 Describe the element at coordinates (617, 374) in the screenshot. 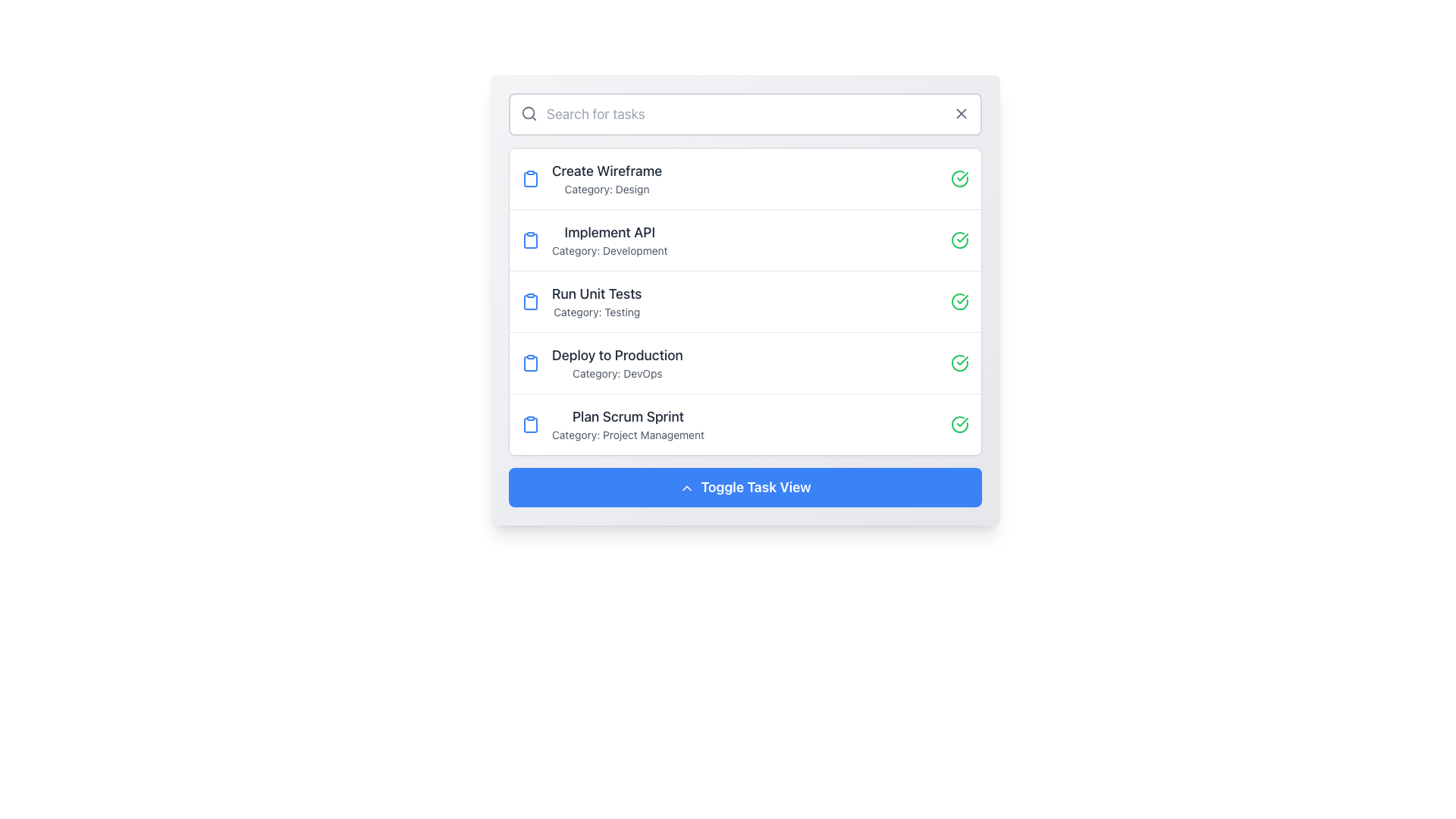

I see `the text label displaying 'Category: DevOps', which is located directly below the 'Deploy to Production' task title in the task list` at that location.